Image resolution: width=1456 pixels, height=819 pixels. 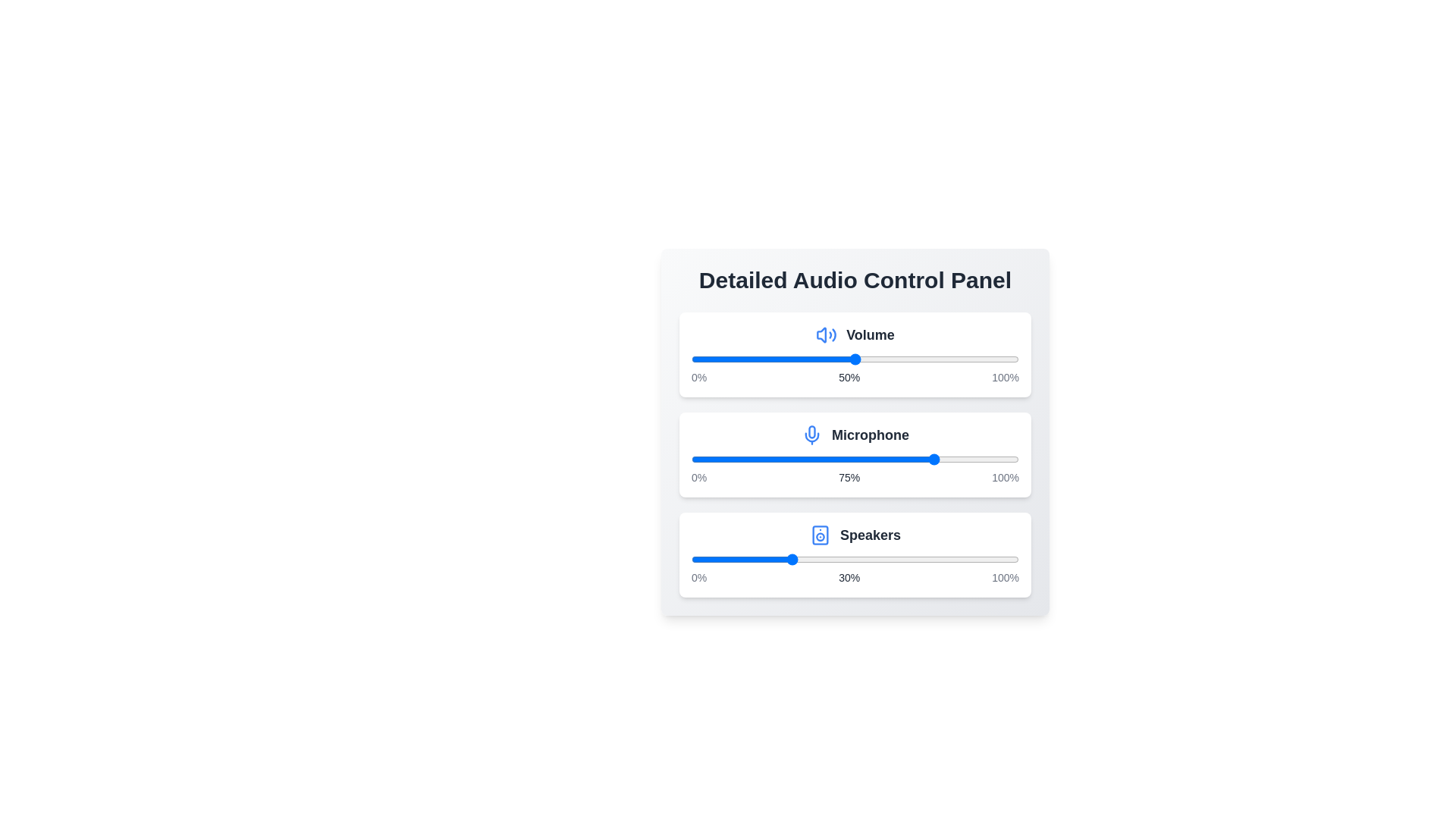 I want to click on the speaker level to 86% using the slider, so click(x=973, y=559).